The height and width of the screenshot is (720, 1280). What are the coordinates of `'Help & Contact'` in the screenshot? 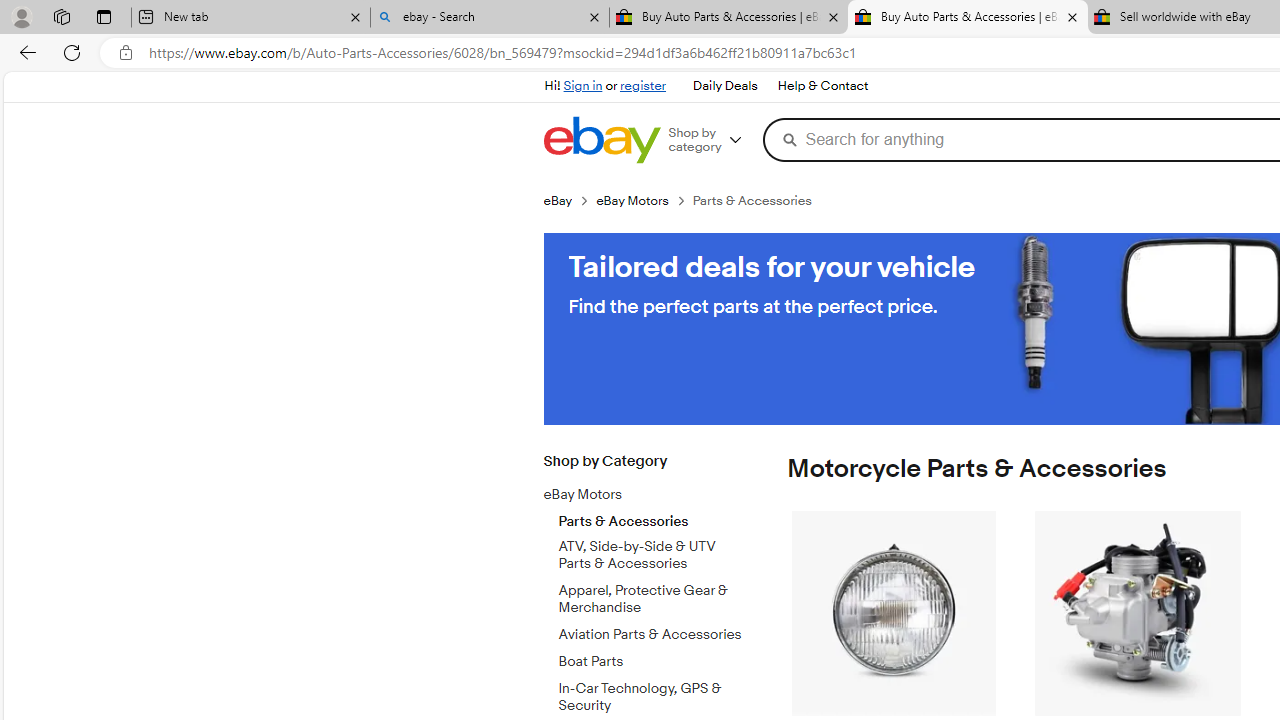 It's located at (821, 85).